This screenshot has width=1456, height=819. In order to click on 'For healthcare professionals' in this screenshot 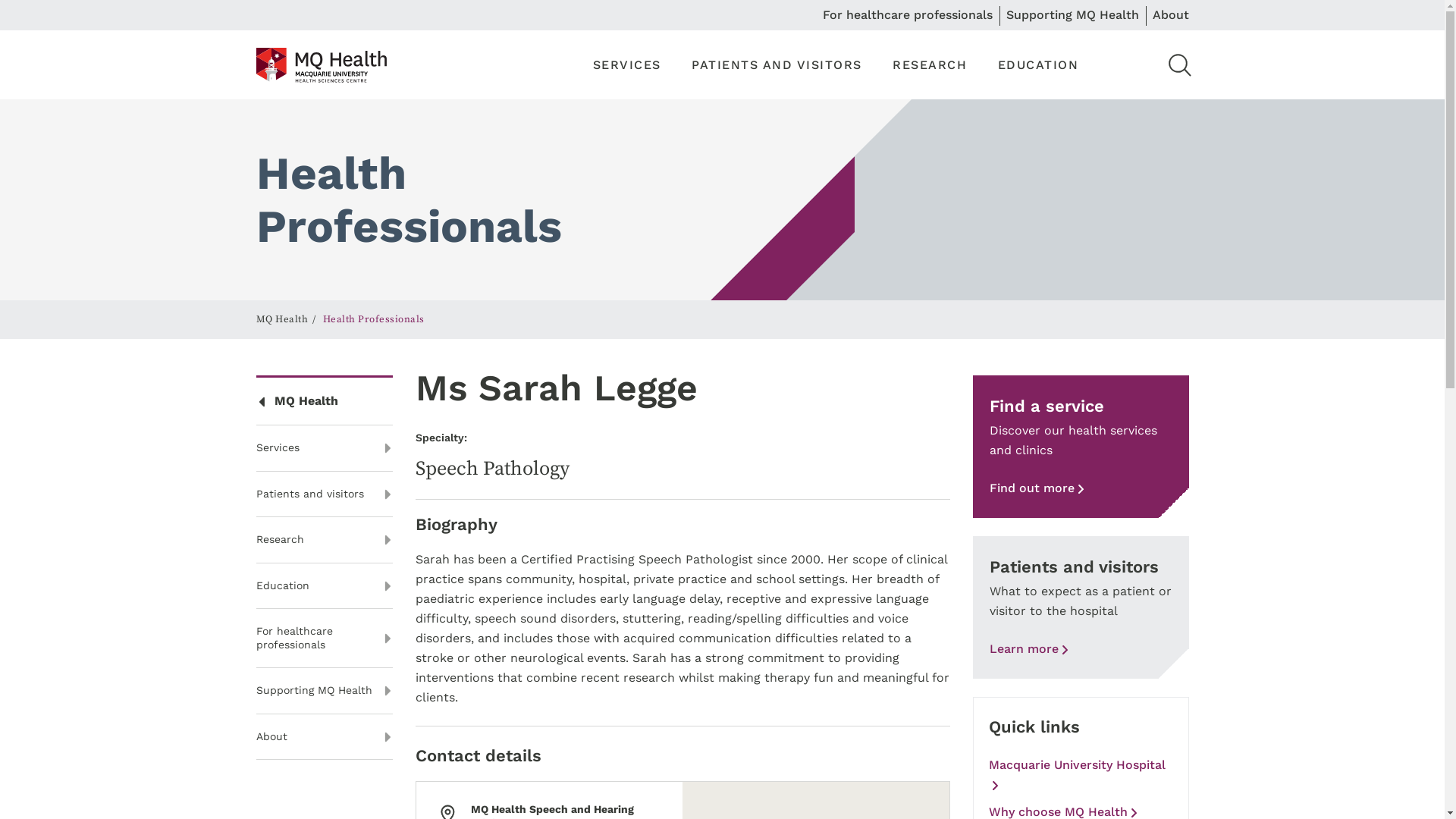, I will do `click(906, 14)`.